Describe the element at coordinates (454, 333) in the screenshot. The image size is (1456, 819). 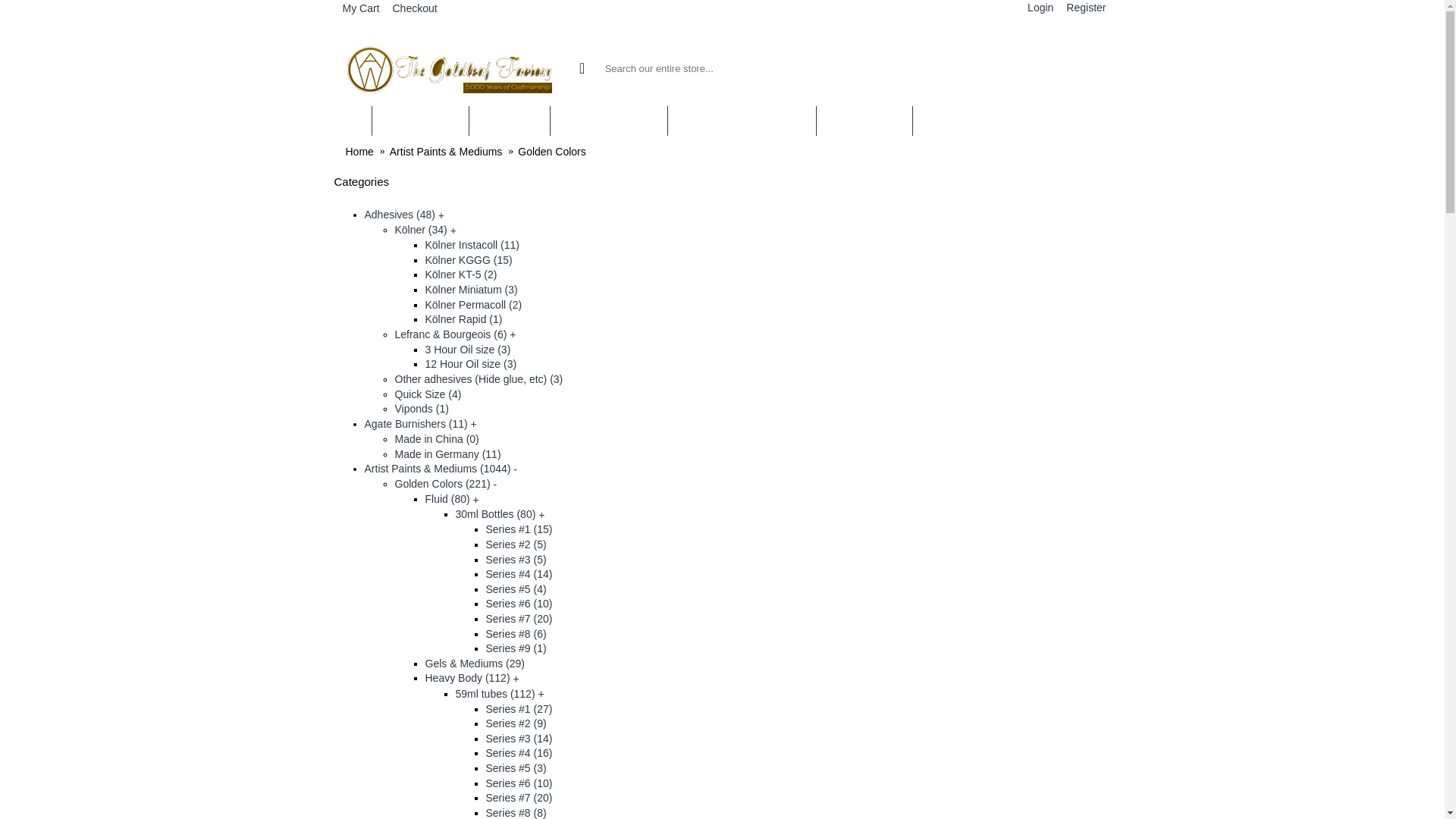
I see `'Lefranc & Bourgeois (6) +'` at that location.